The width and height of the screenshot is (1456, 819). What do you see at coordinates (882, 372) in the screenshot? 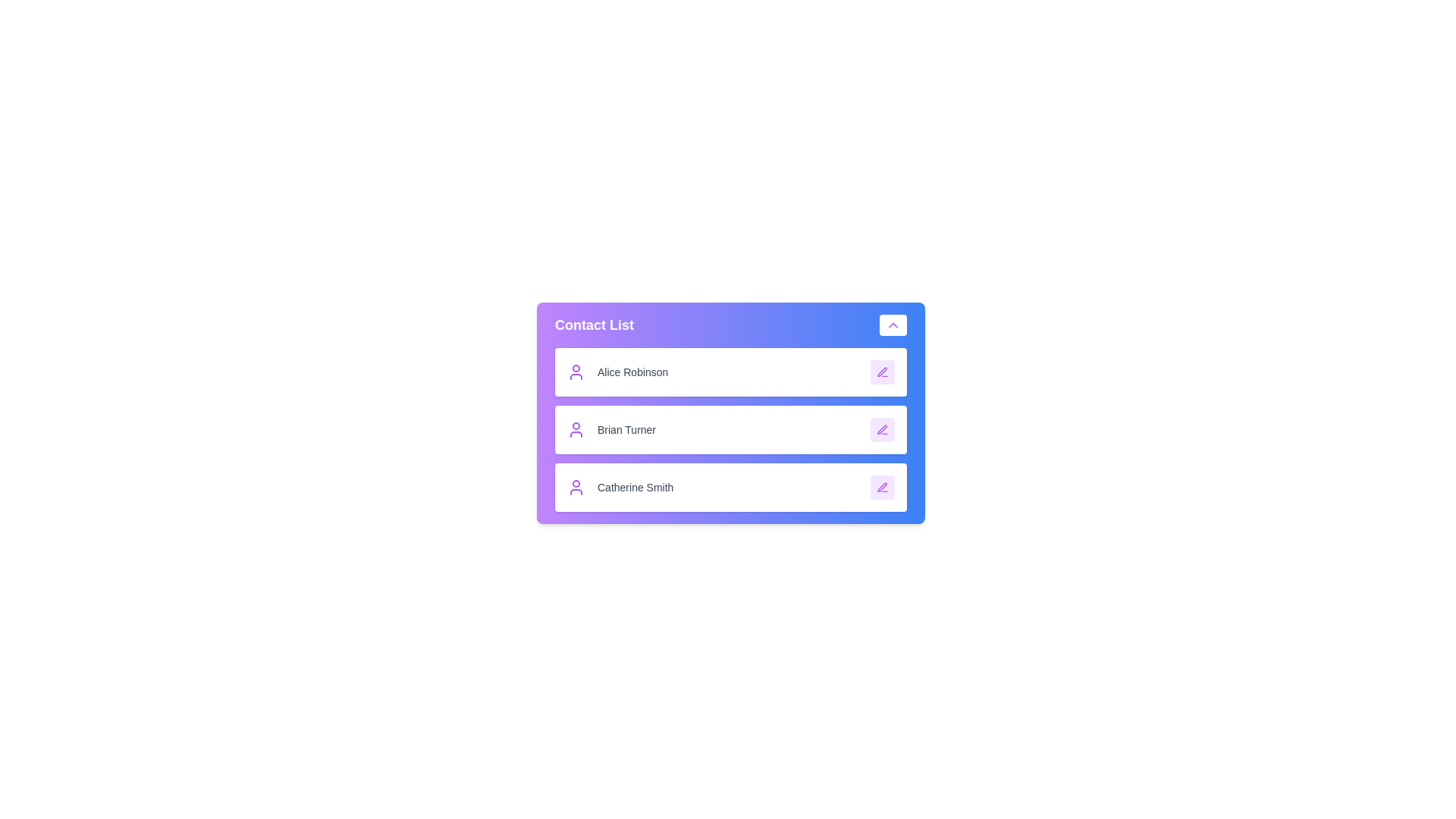
I see `the edit button of the list item Alice Robinson` at bounding box center [882, 372].